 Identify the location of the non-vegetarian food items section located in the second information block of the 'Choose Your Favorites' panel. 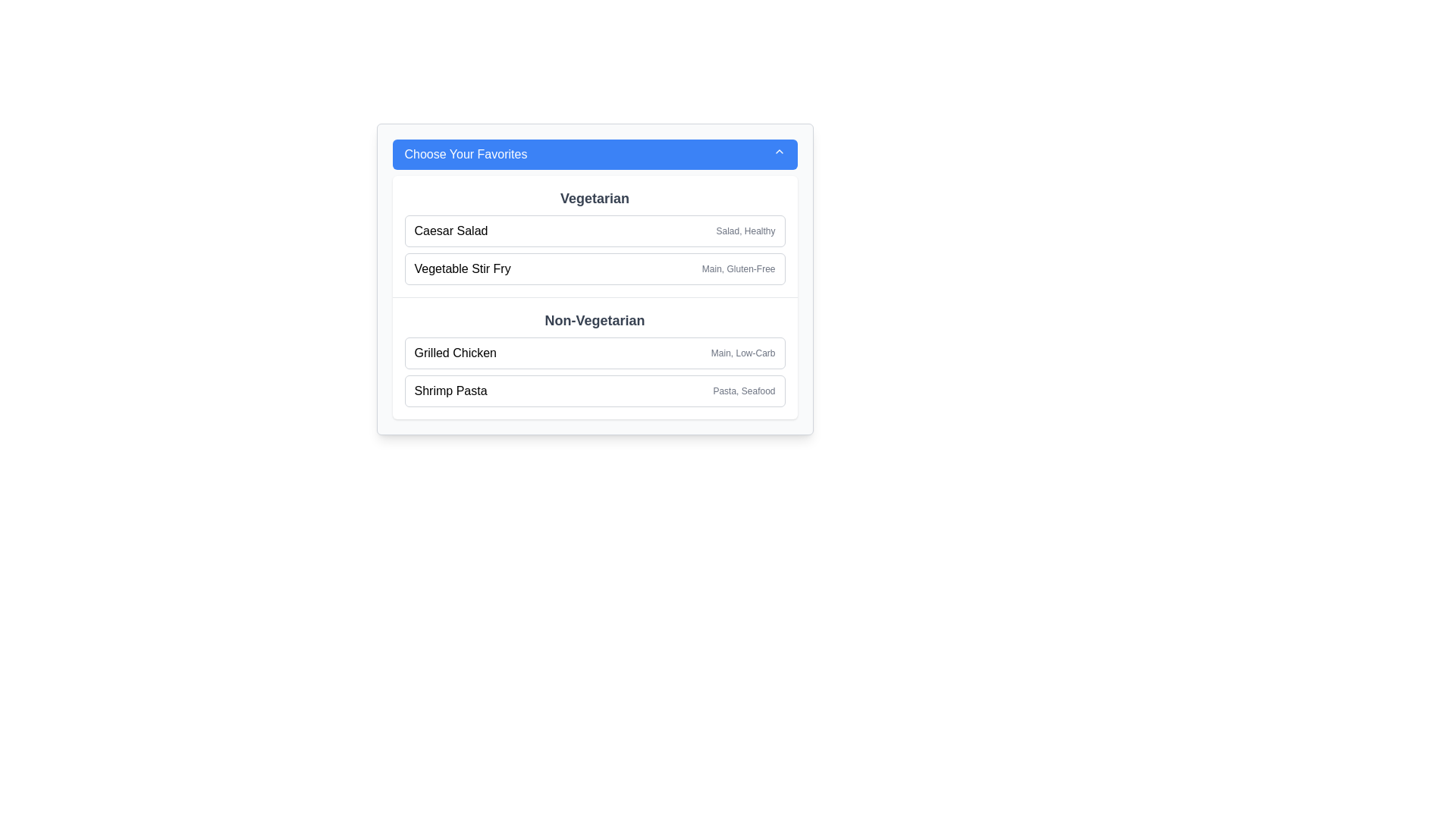
(594, 358).